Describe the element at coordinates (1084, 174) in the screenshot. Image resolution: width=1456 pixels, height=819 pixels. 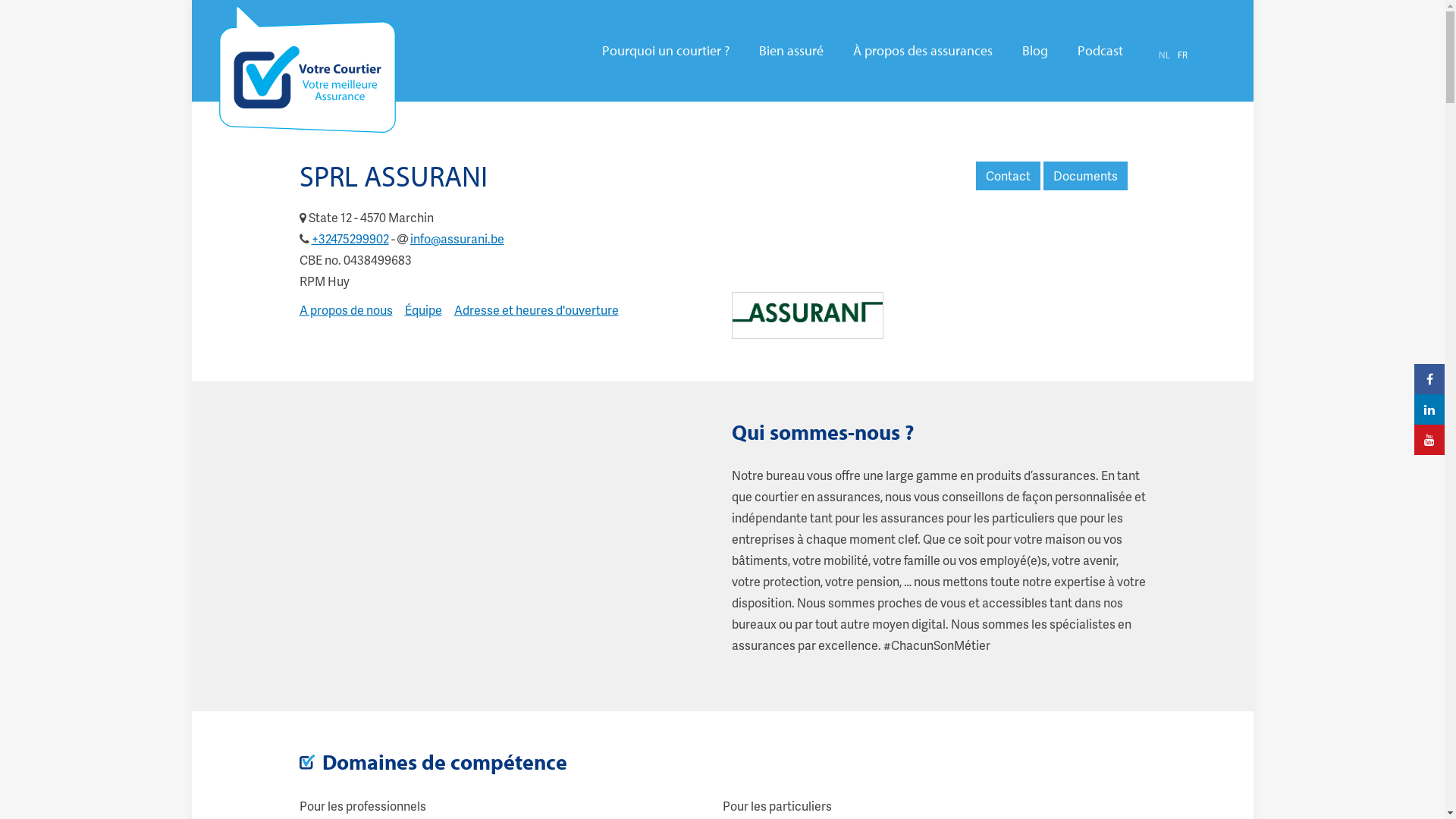
I see `'Documents'` at that location.